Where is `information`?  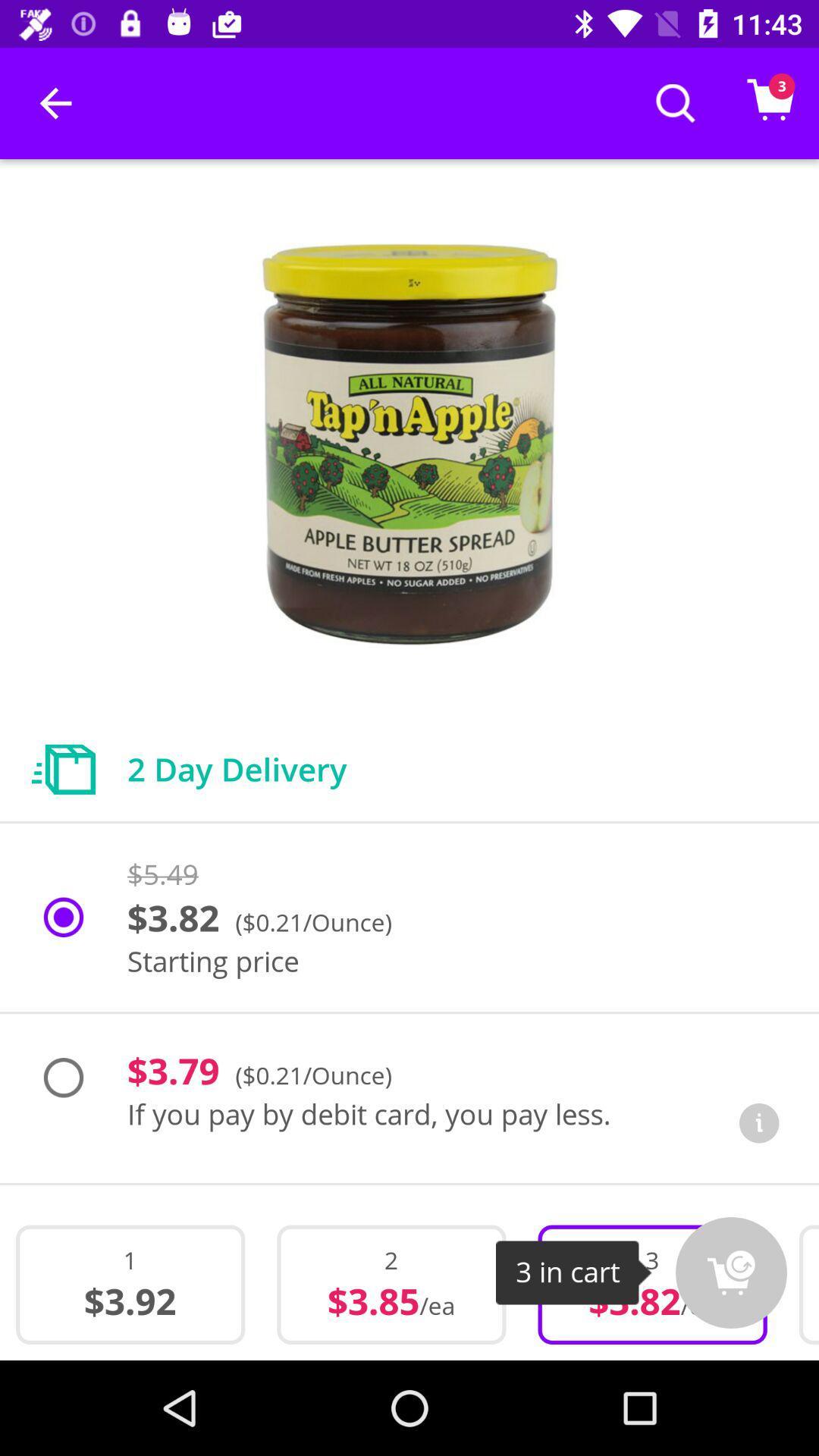 information is located at coordinates (759, 1123).